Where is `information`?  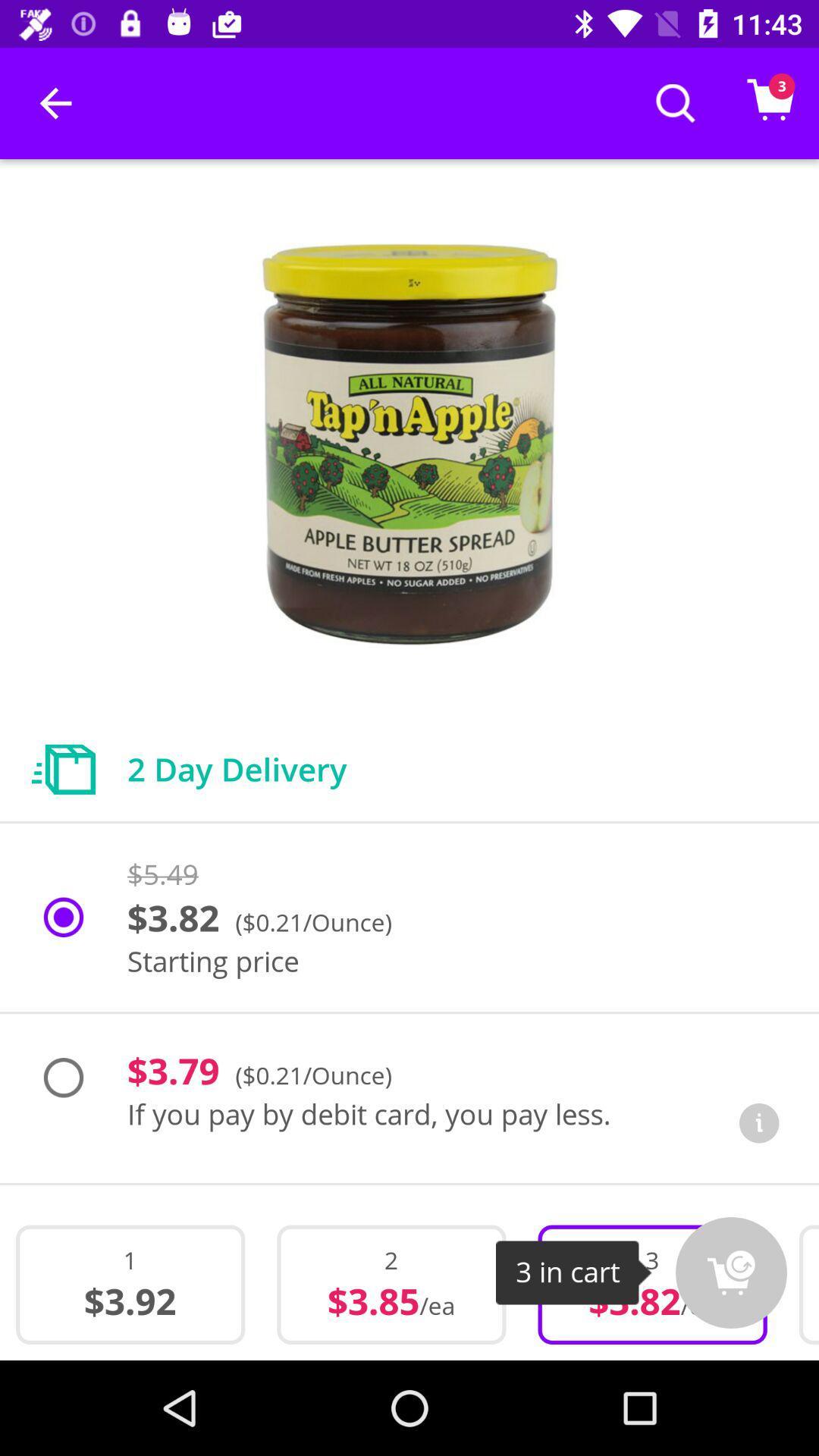 information is located at coordinates (759, 1123).